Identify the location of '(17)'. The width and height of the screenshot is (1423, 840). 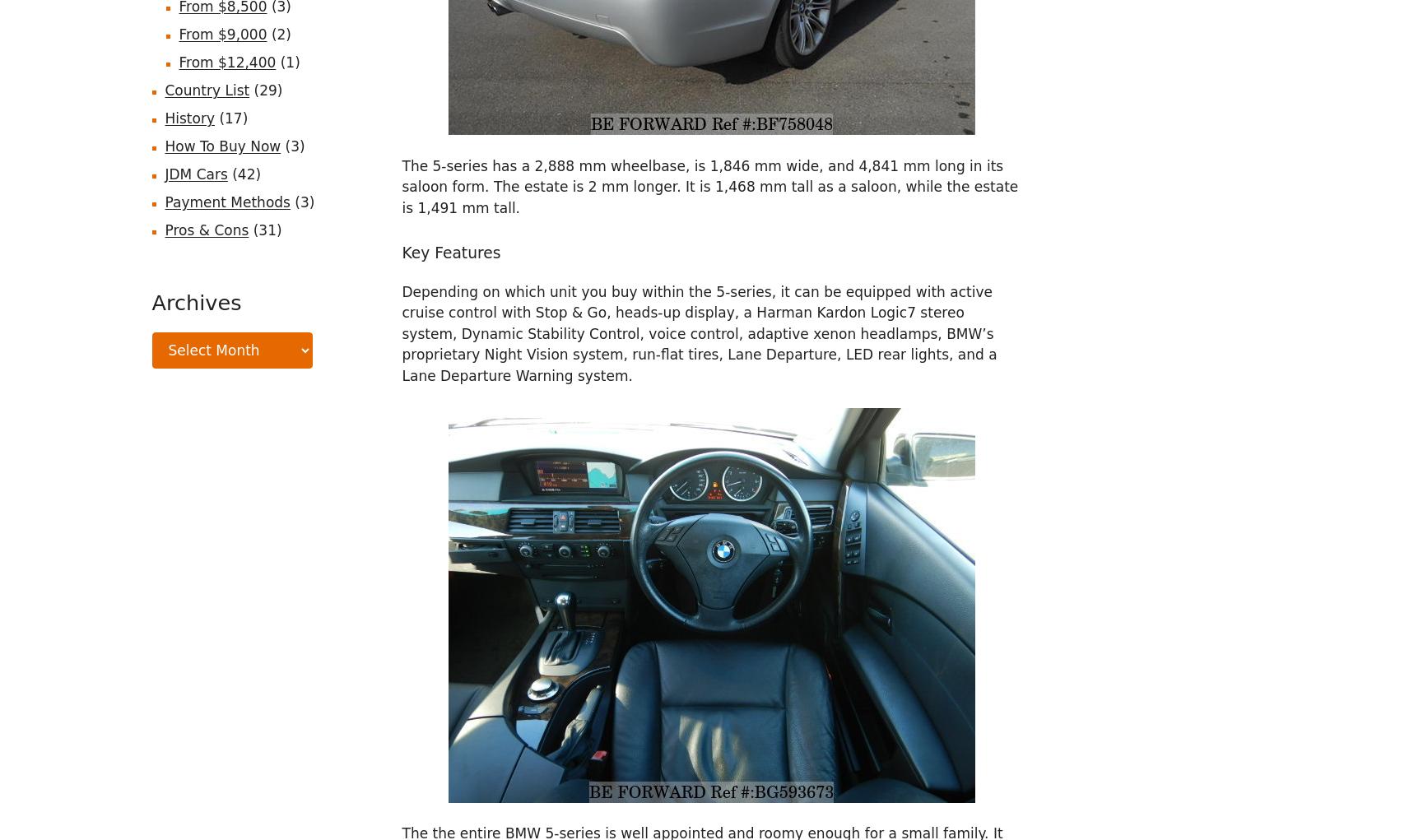
(230, 118).